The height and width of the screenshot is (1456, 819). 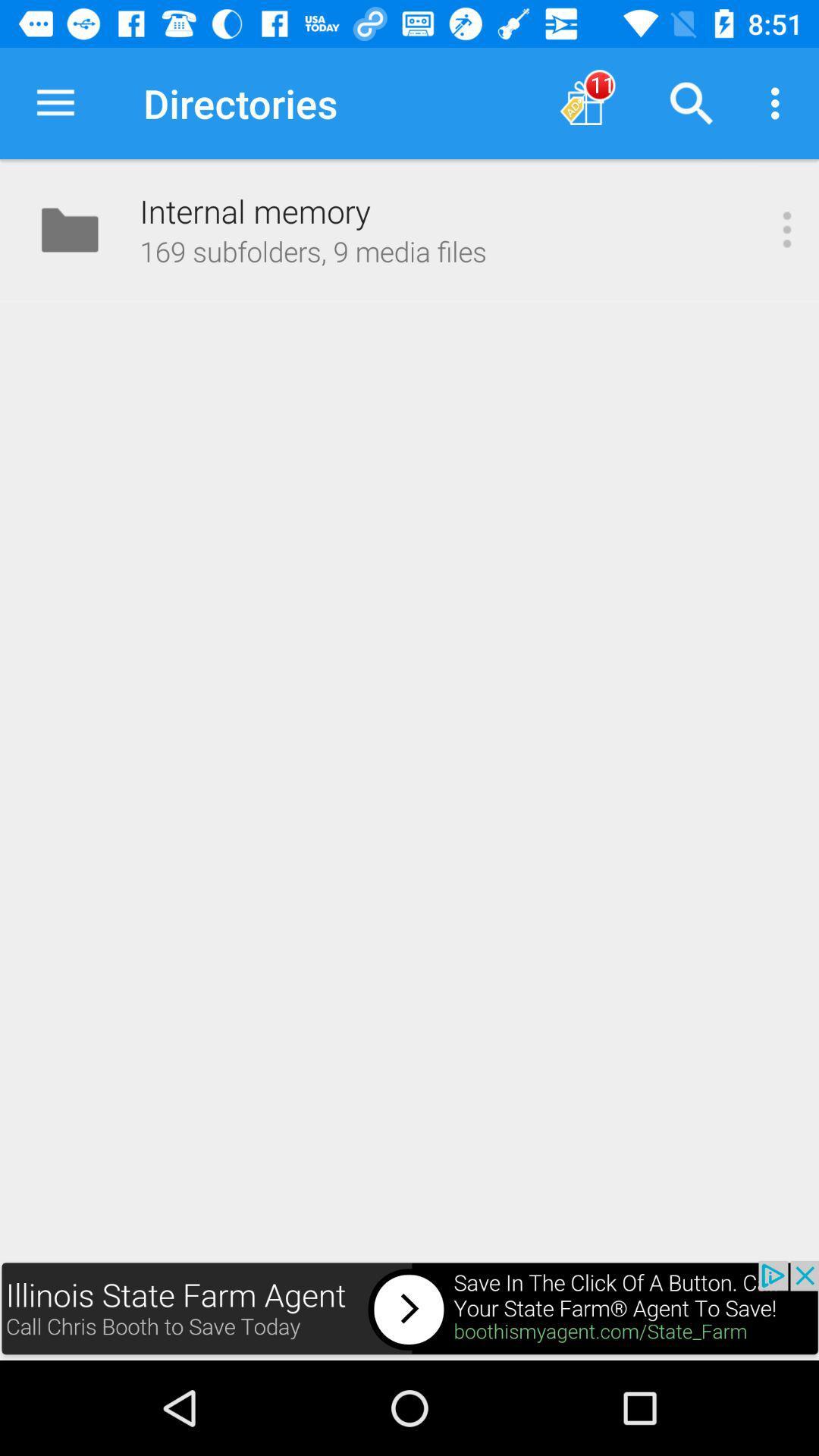 What do you see at coordinates (409, 1310) in the screenshot?
I see `first` at bounding box center [409, 1310].